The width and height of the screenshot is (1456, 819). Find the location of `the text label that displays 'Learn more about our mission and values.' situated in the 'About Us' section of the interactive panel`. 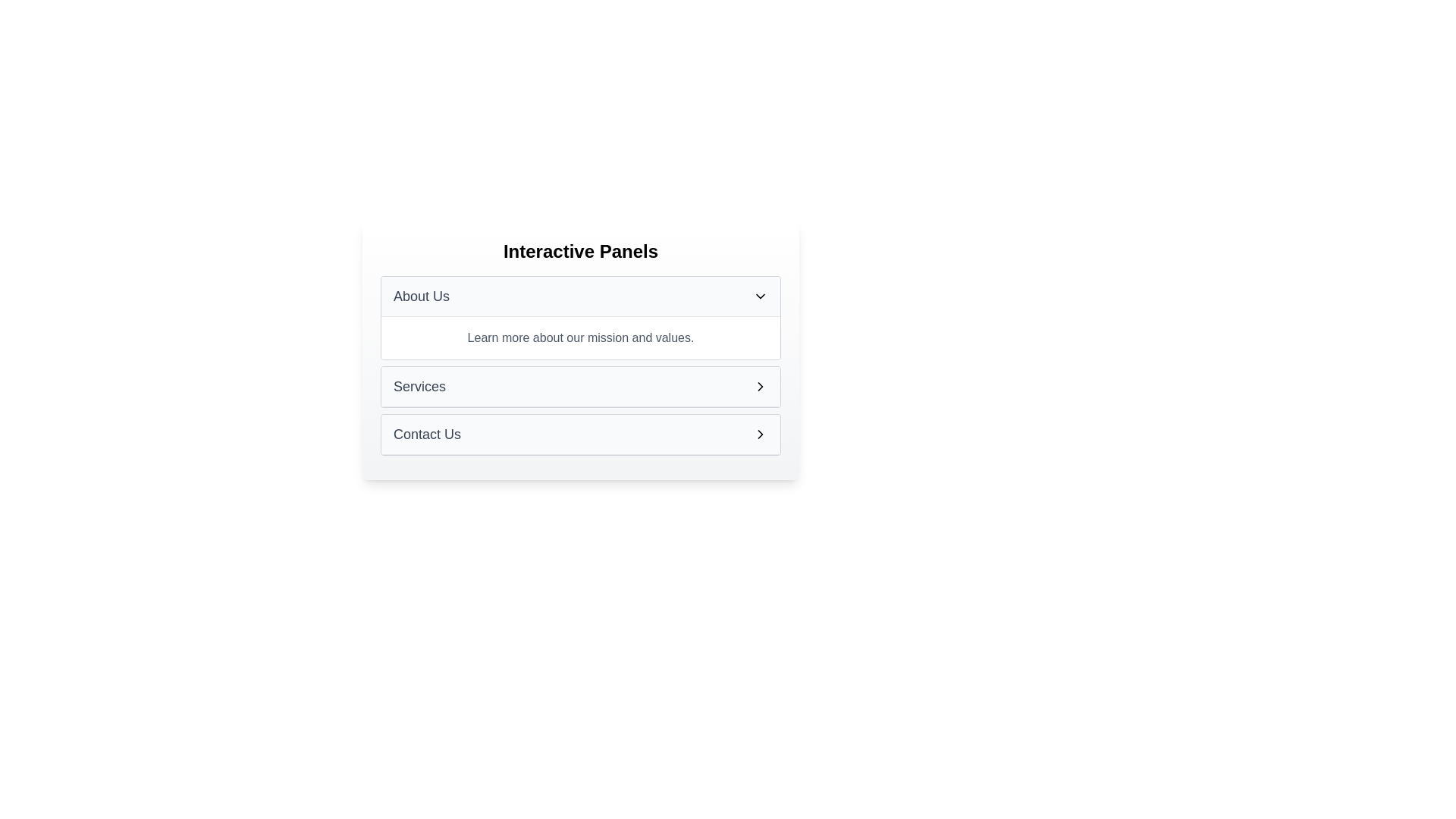

the text label that displays 'Learn more about our mission and values.' situated in the 'About Us' section of the interactive panel is located at coordinates (580, 337).